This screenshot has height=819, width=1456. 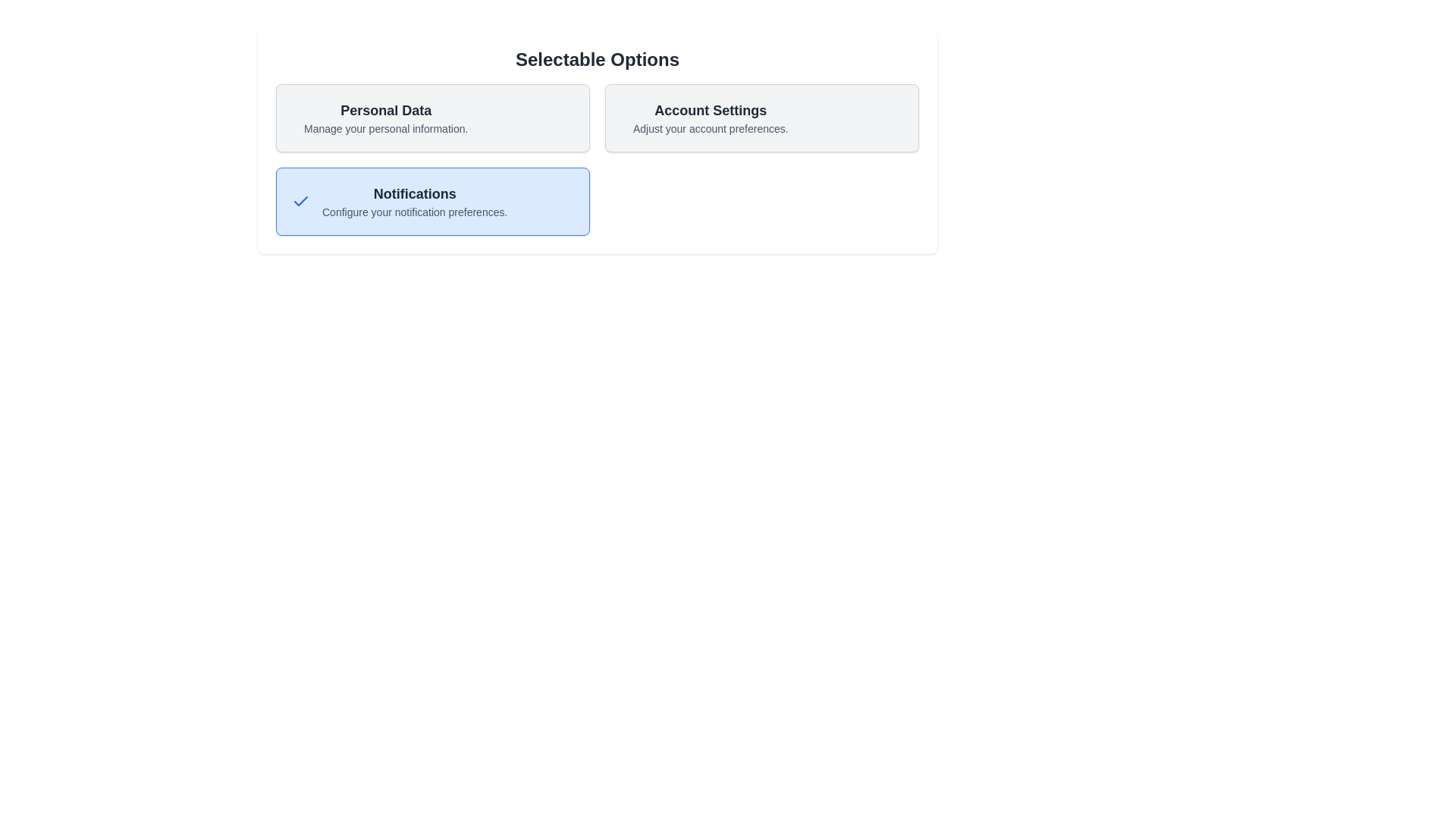 What do you see at coordinates (415, 201) in the screenshot?
I see `the 'Notifications' text block that features a bold headline and smaller subtext, located within a card with rounded corners and a blue background` at bounding box center [415, 201].